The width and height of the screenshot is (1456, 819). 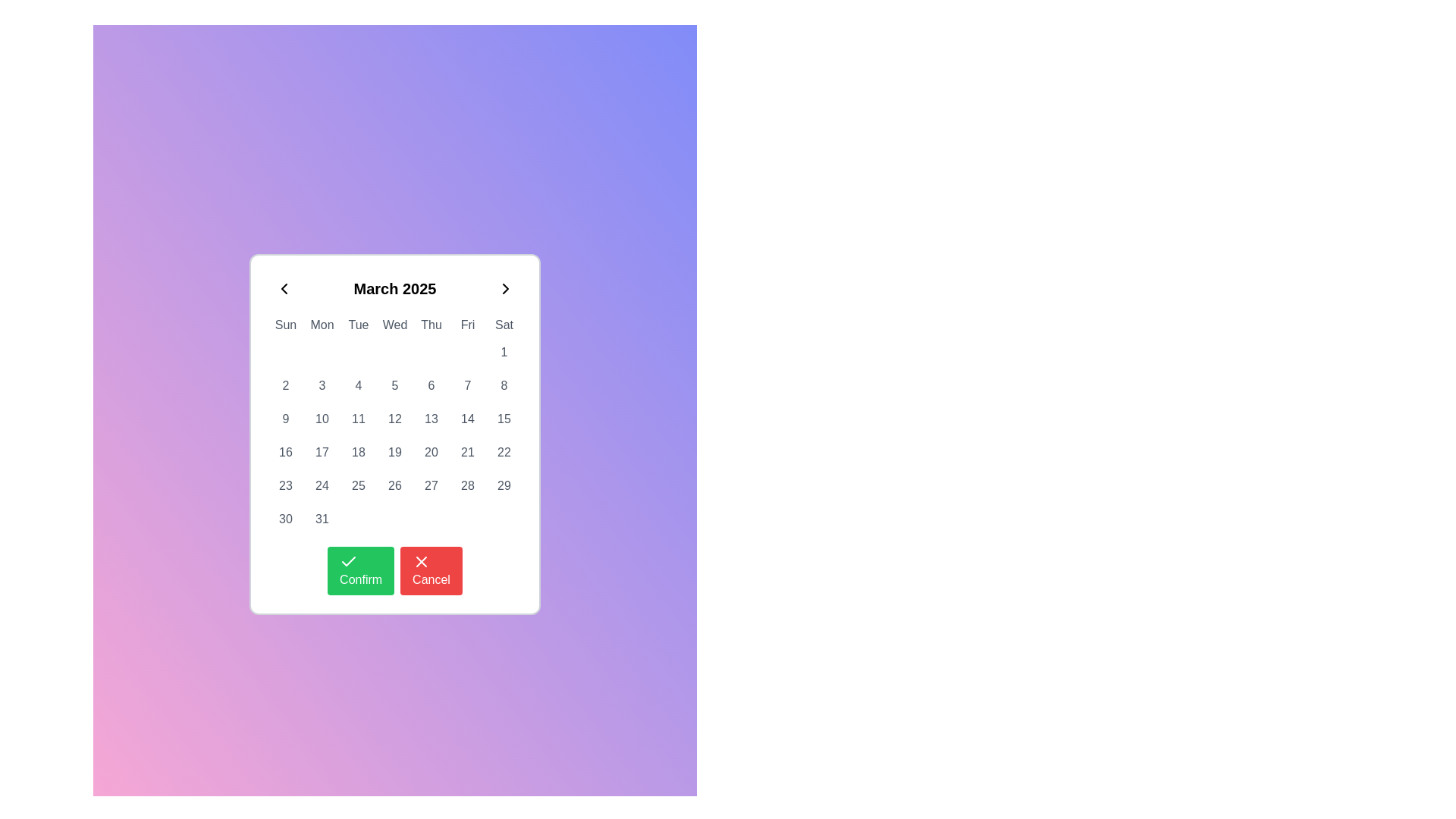 What do you see at coordinates (284, 289) in the screenshot?
I see `the chevron navigation arrow icon located in the header section of the calendar interface` at bounding box center [284, 289].